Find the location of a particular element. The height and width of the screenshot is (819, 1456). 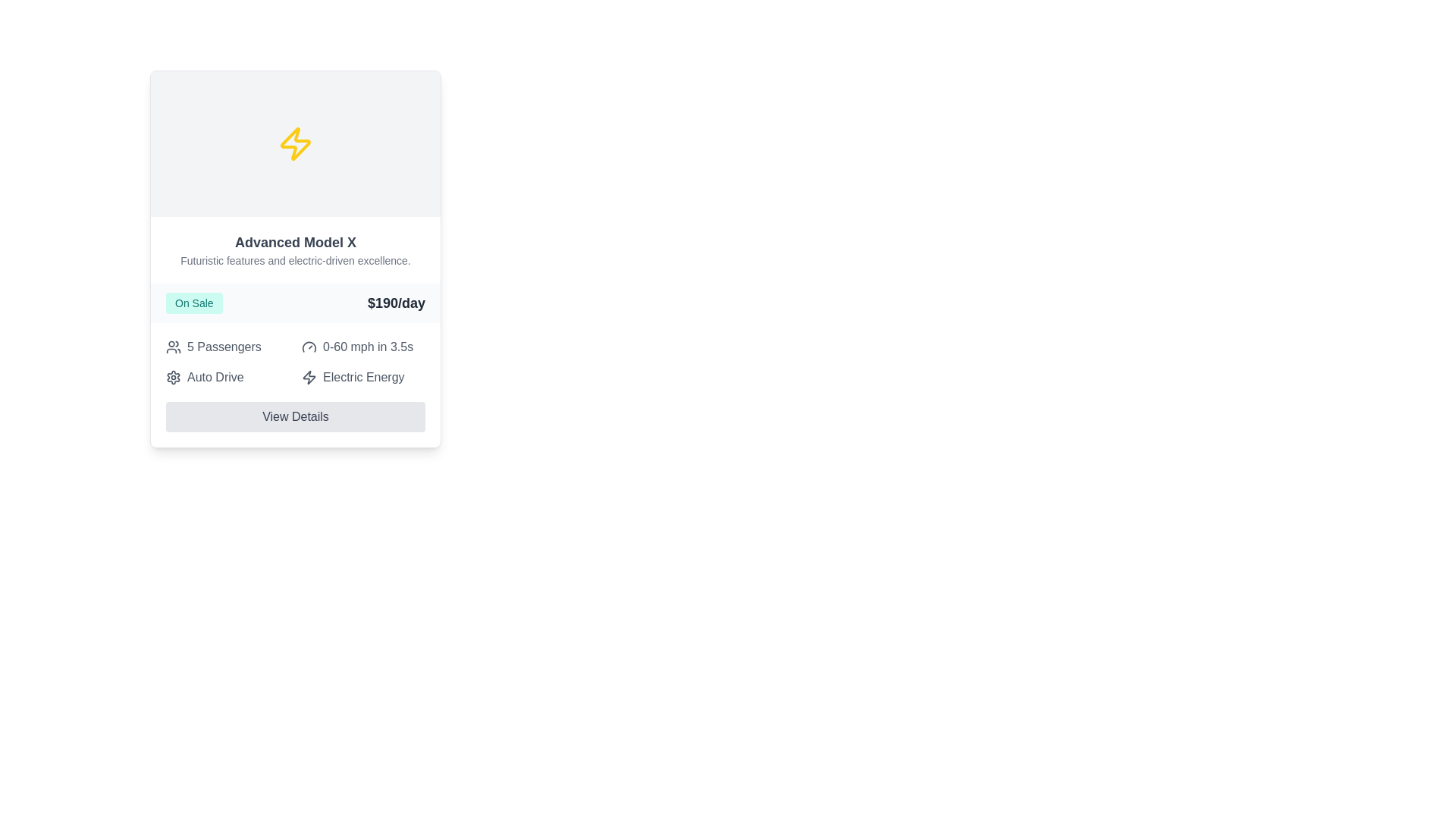

the text display element located directly below the title 'Advanced Model X', which provides supplementary context about the product is located at coordinates (295, 259).